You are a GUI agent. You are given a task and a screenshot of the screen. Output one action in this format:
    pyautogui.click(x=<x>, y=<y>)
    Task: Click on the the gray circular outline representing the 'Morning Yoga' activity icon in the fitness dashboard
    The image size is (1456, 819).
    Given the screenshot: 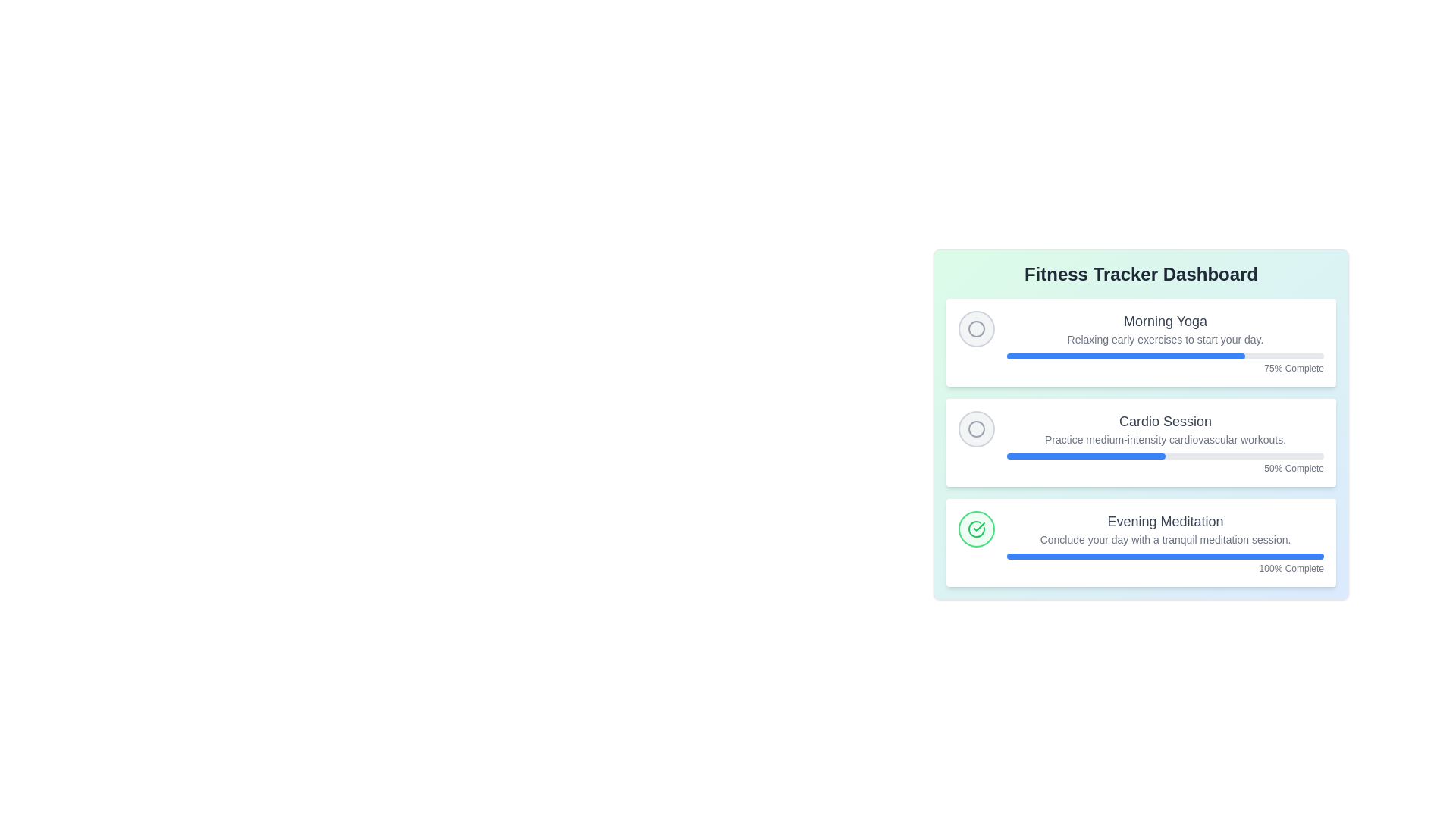 What is the action you would take?
    pyautogui.click(x=976, y=328)
    